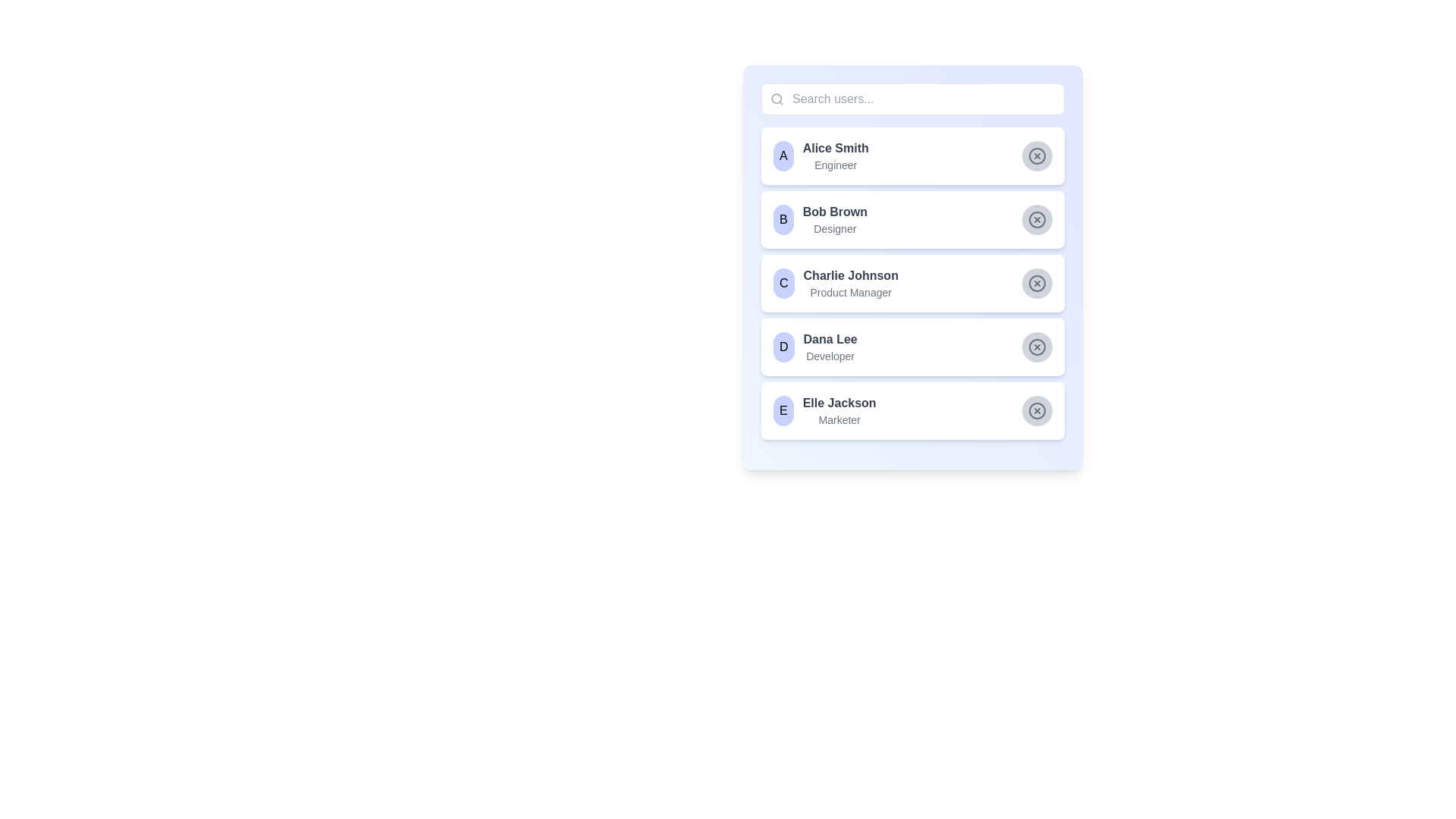 The height and width of the screenshot is (819, 1456). What do you see at coordinates (820, 155) in the screenshot?
I see `the user's profile composite element displaying their avatar and text labels, located at the top of the user profiles list` at bounding box center [820, 155].